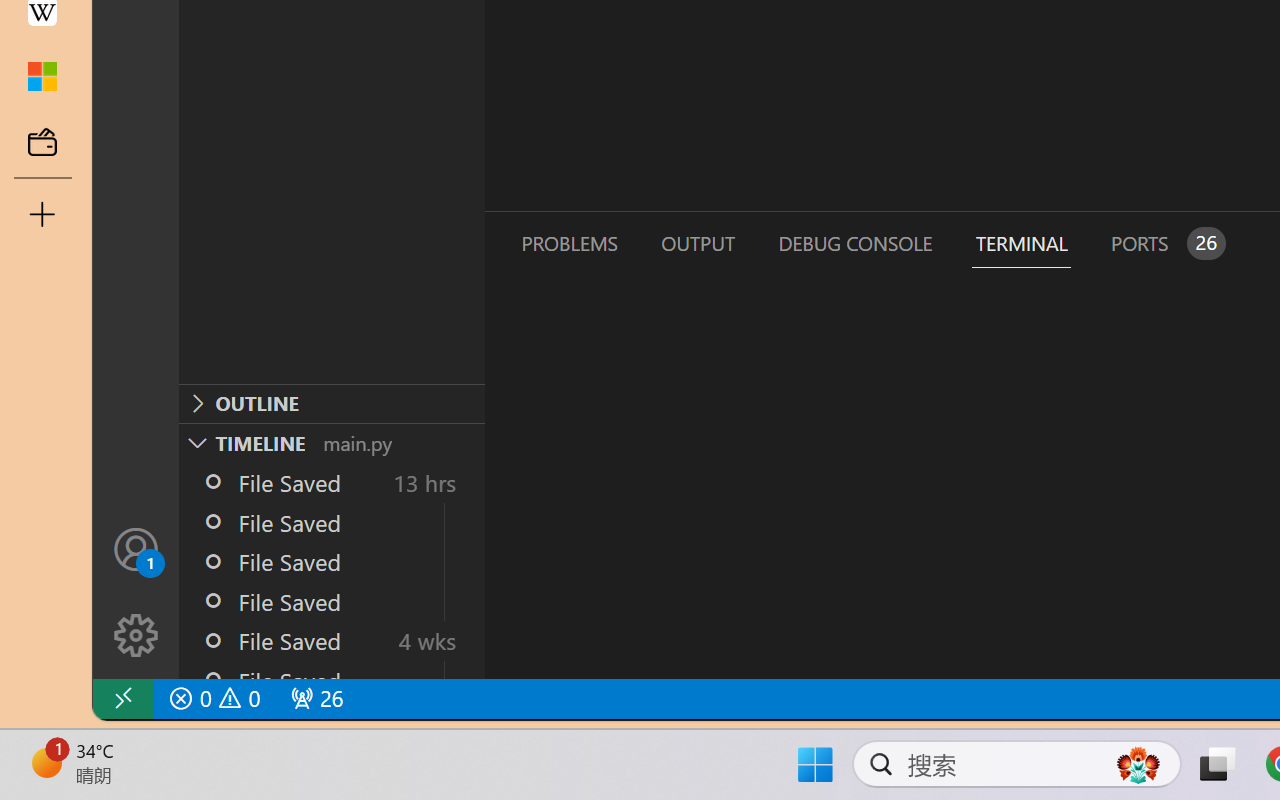  What do you see at coordinates (567, 242) in the screenshot?
I see `'Problems (Ctrl+Shift+M)'` at bounding box center [567, 242].